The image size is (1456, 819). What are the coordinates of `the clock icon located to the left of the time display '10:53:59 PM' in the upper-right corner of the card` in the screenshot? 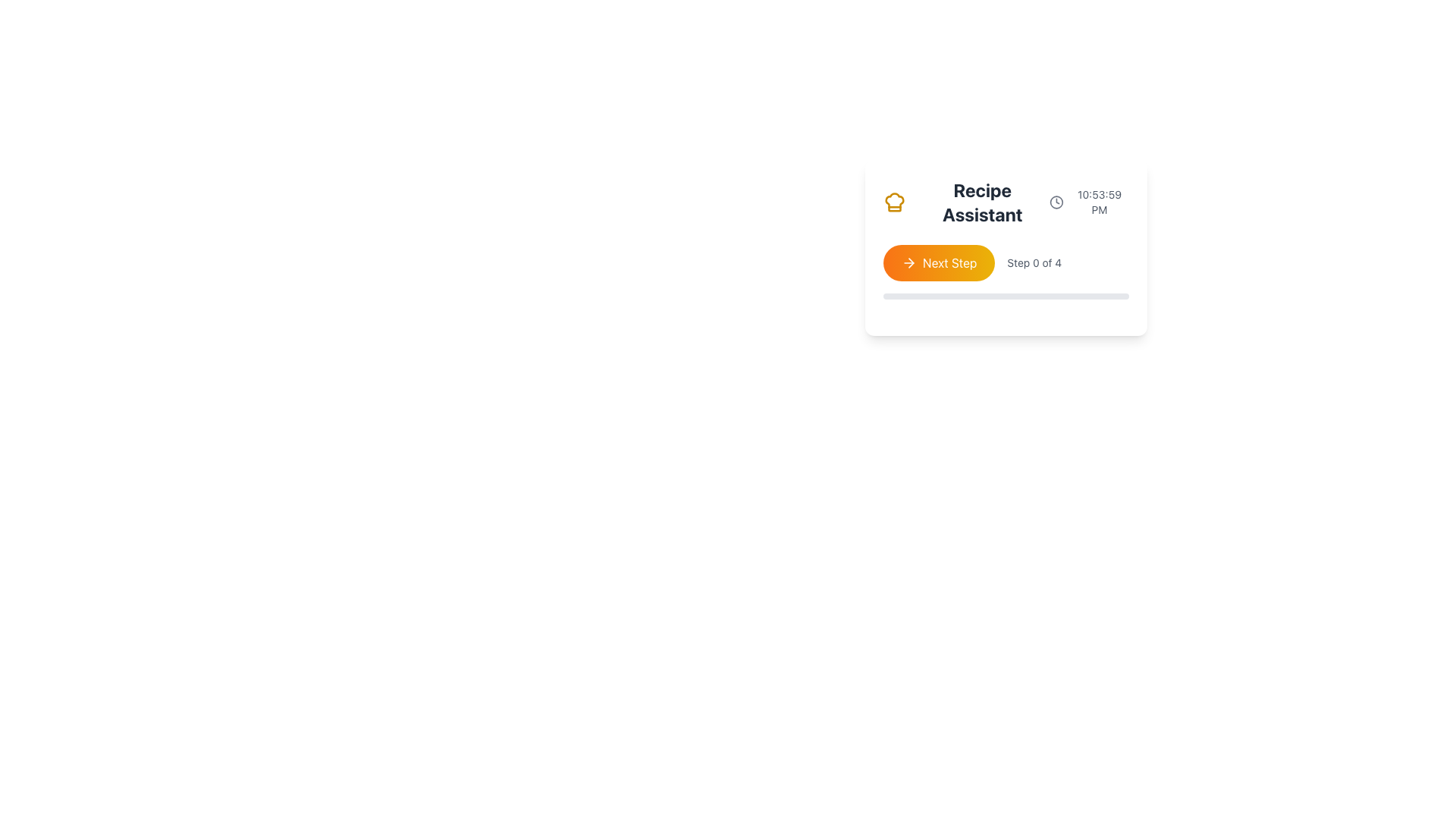 It's located at (1056, 201).